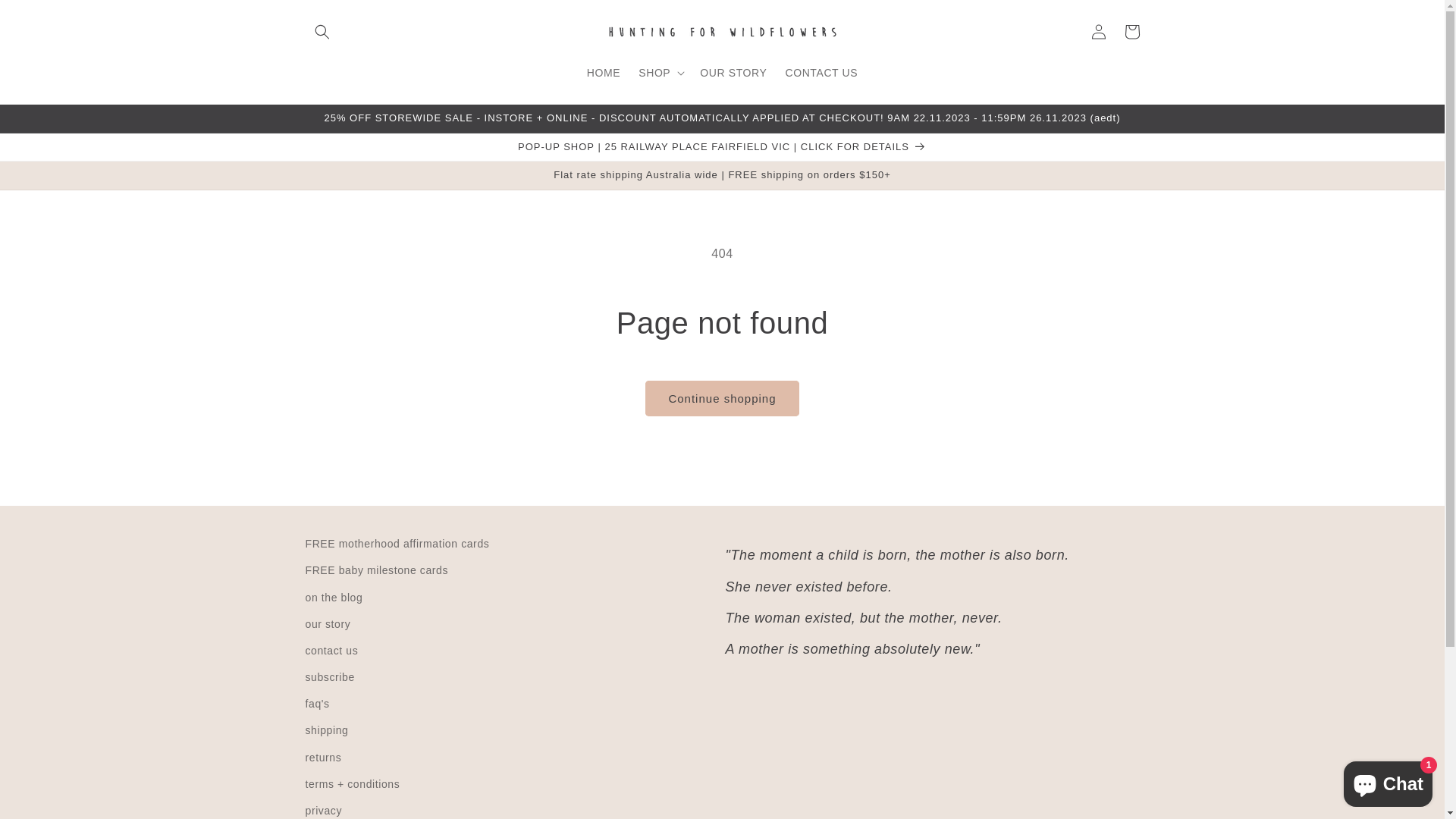 This screenshot has width=1456, height=819. Describe the element at coordinates (376, 570) in the screenshot. I see `'FREE baby milestone cards'` at that location.